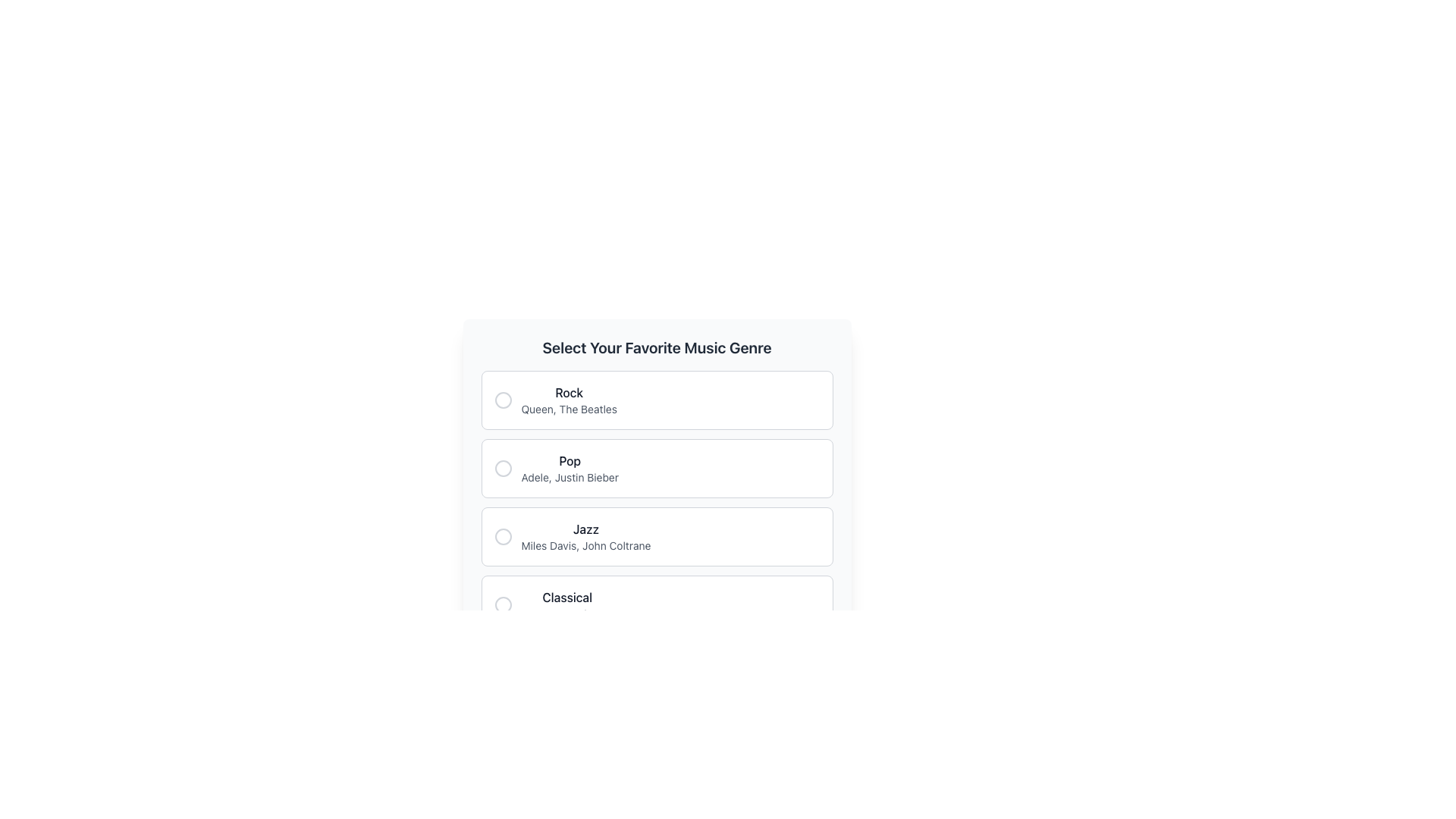 The height and width of the screenshot is (819, 1456). What do you see at coordinates (568, 409) in the screenshot?
I see `the descriptive text element displaying 'Queen, The Beatles', which is located below the bold text 'Rock' in the genre selection options` at bounding box center [568, 409].